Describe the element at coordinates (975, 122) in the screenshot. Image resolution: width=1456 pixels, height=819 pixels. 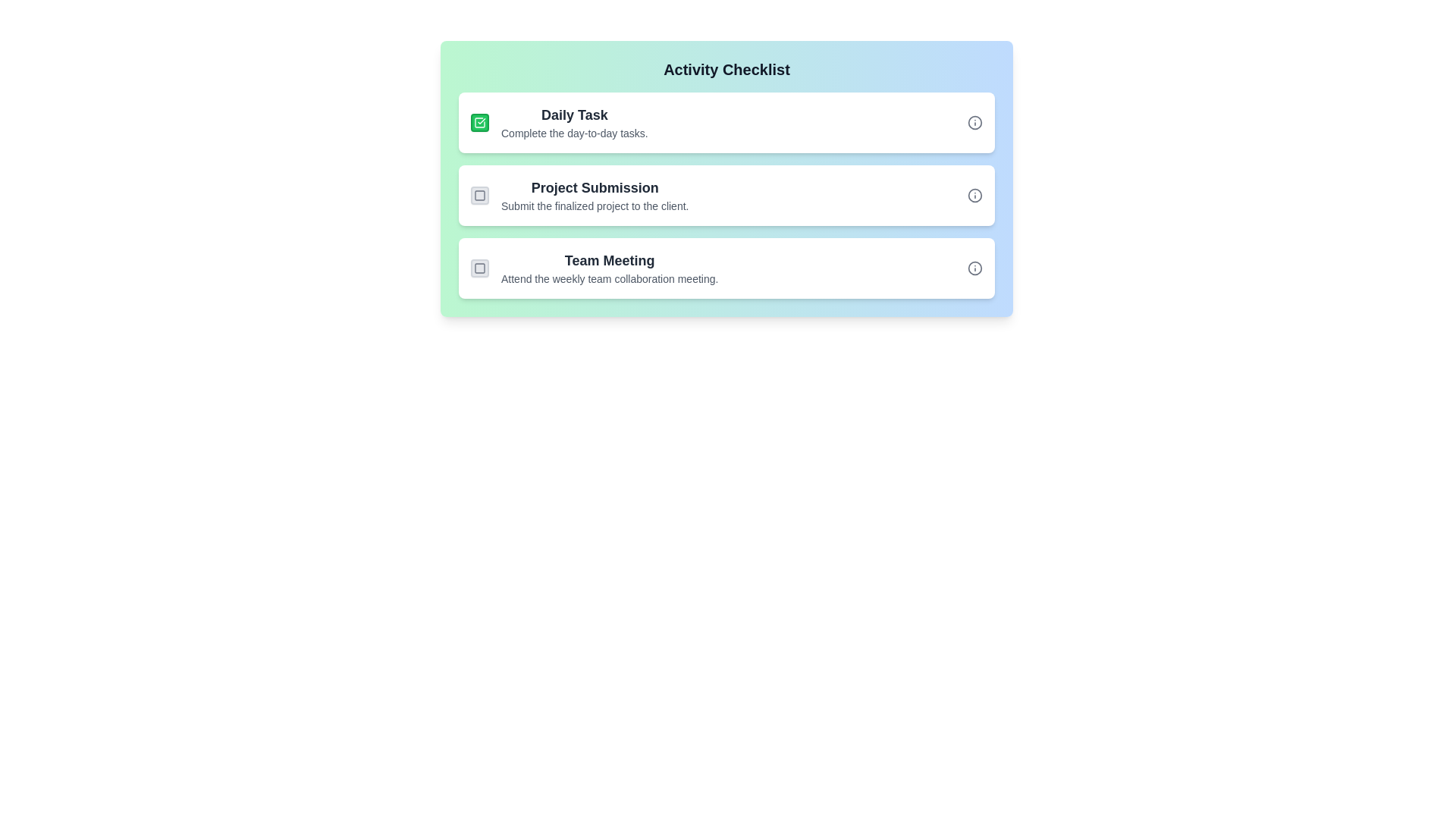
I see `the circular icon button featuring a stylized 'i' symbol located at the far right of the 'Daily Task' row` at that location.